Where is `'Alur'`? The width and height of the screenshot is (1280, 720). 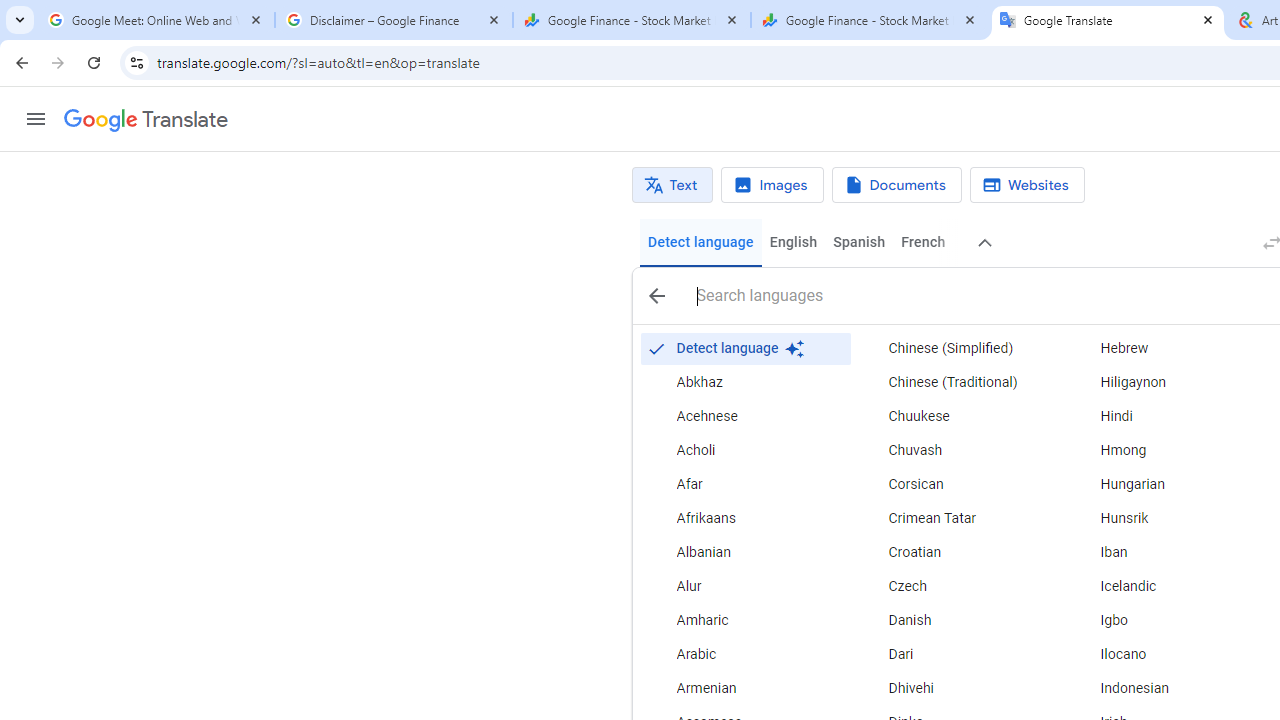
'Alur' is located at coordinates (744, 586).